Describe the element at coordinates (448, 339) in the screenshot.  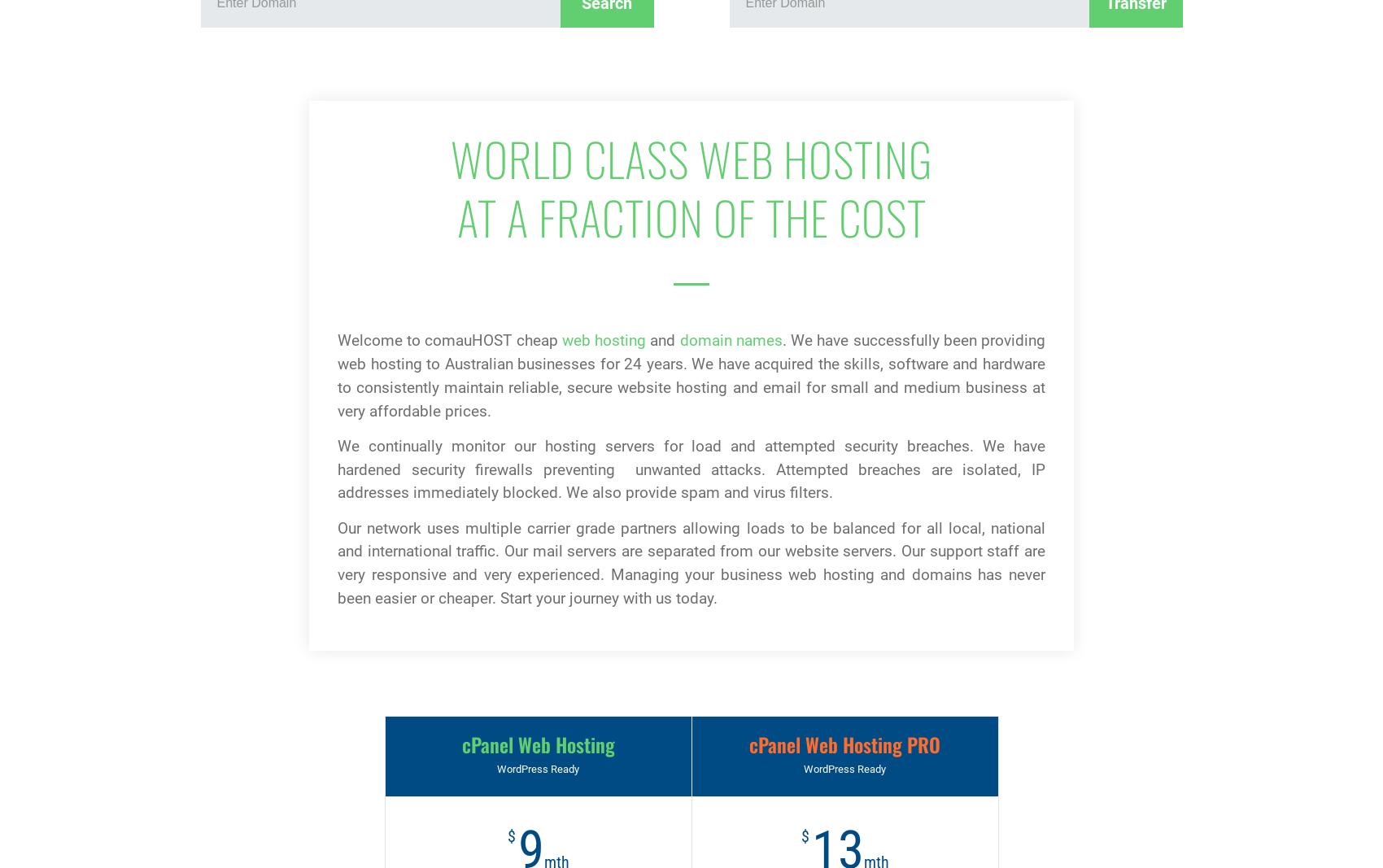
I see `'Welcome to comauHOST cheap'` at that location.